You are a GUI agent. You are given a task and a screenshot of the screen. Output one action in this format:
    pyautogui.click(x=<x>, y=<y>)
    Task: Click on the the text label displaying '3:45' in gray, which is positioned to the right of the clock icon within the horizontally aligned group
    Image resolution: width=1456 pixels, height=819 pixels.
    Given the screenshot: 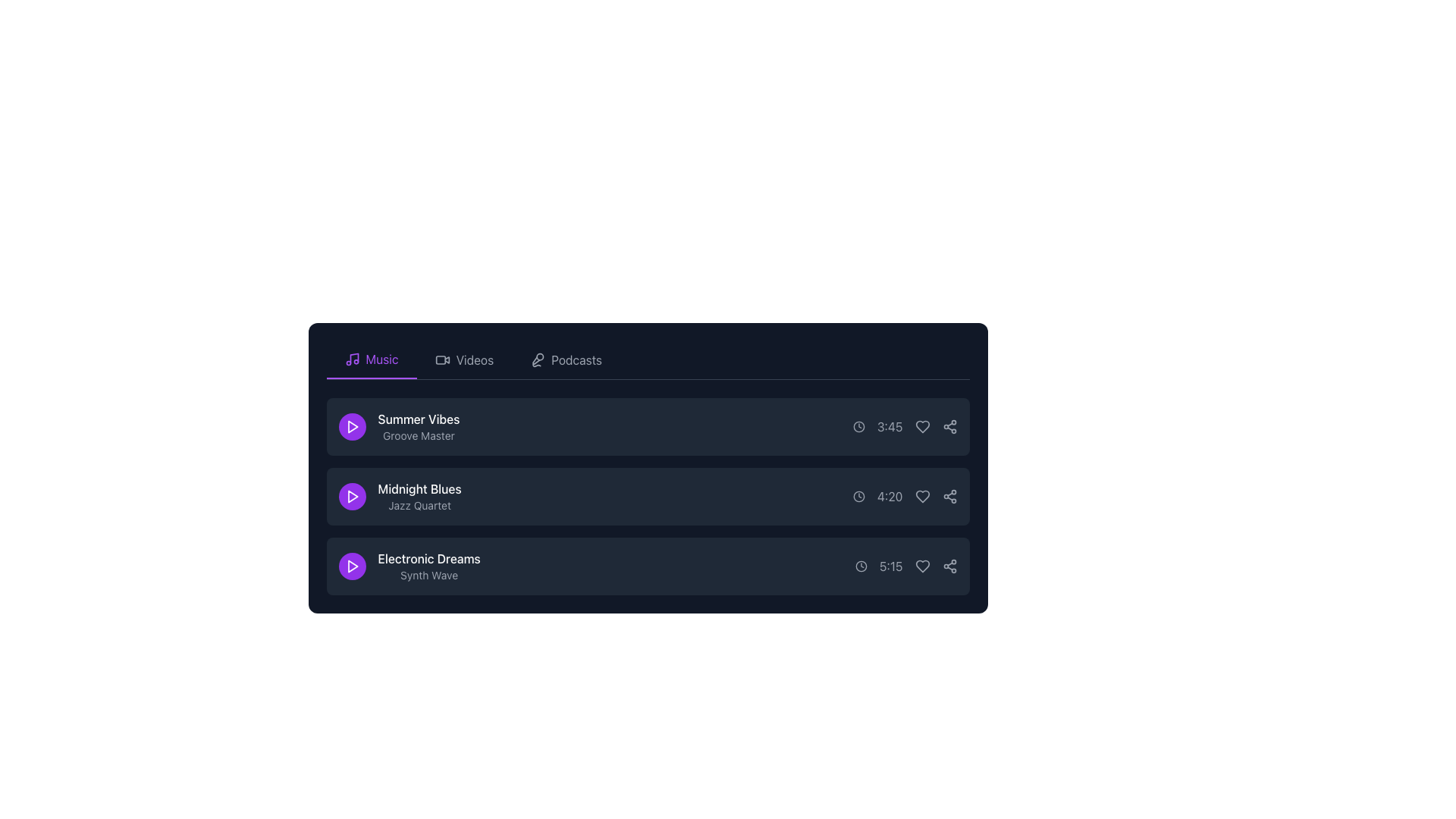 What is the action you would take?
    pyautogui.click(x=890, y=427)
    